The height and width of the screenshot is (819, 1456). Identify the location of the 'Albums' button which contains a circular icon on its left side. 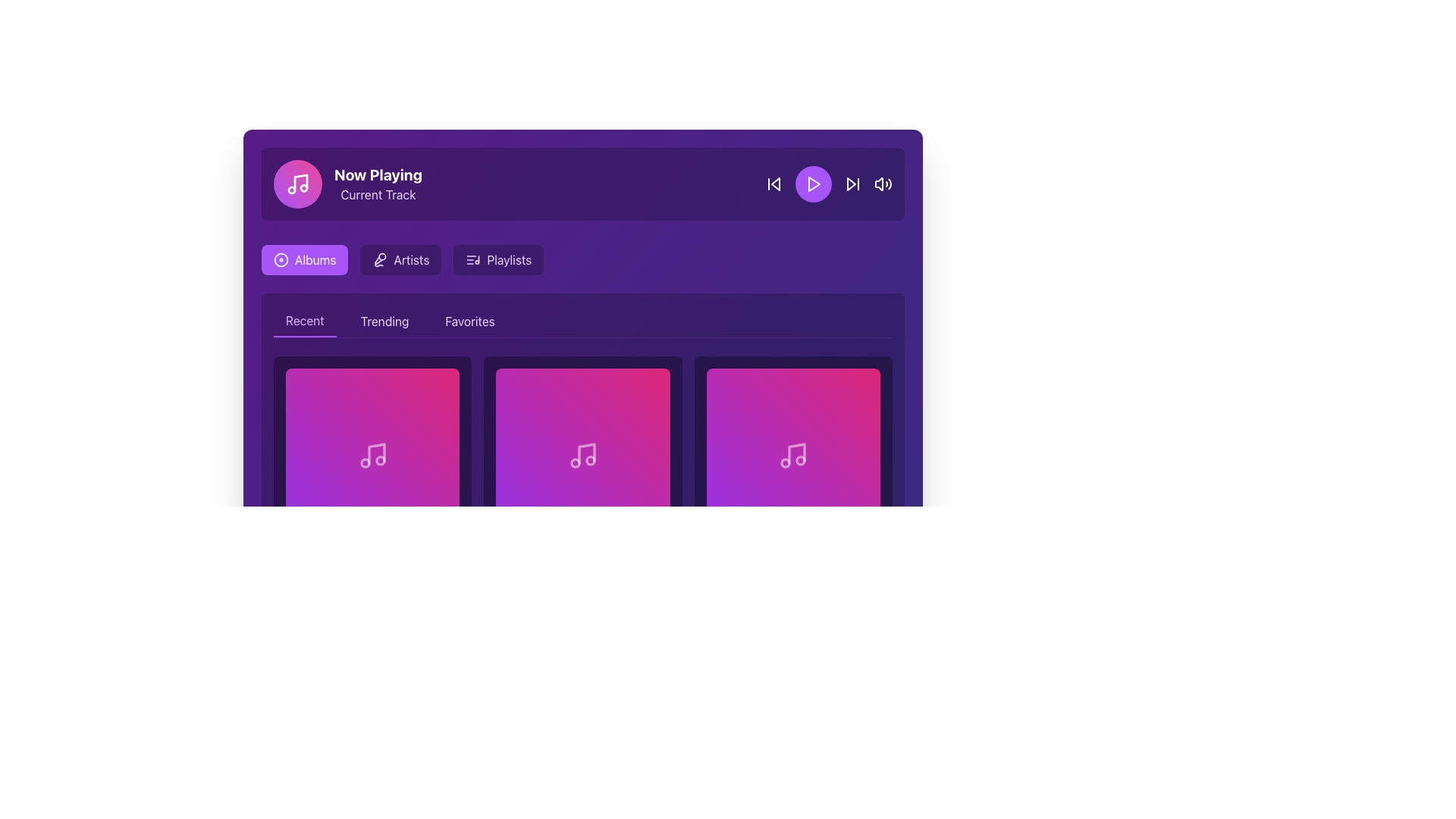
(281, 259).